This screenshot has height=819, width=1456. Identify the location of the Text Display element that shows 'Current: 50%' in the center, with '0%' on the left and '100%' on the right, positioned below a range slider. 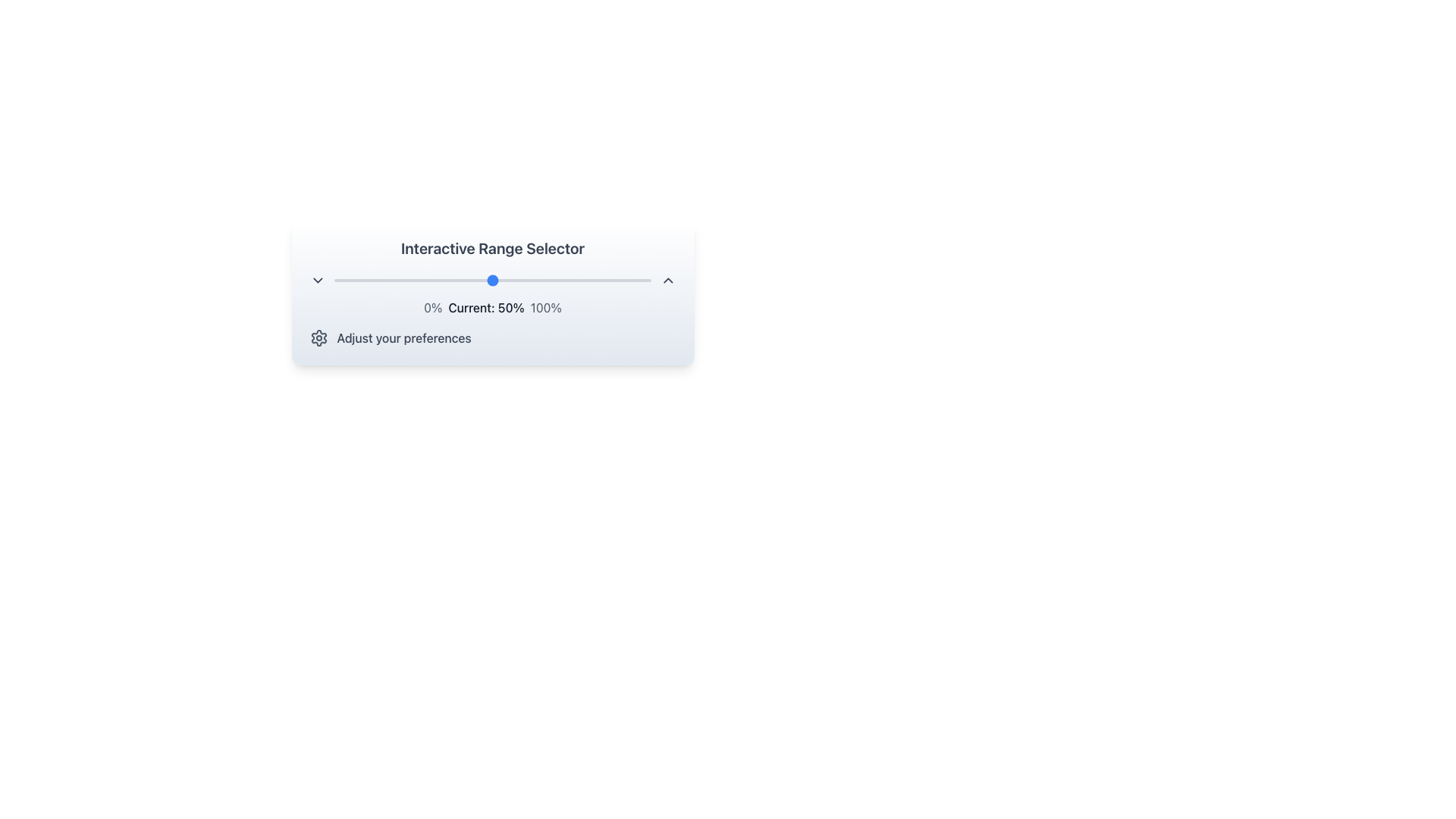
(492, 307).